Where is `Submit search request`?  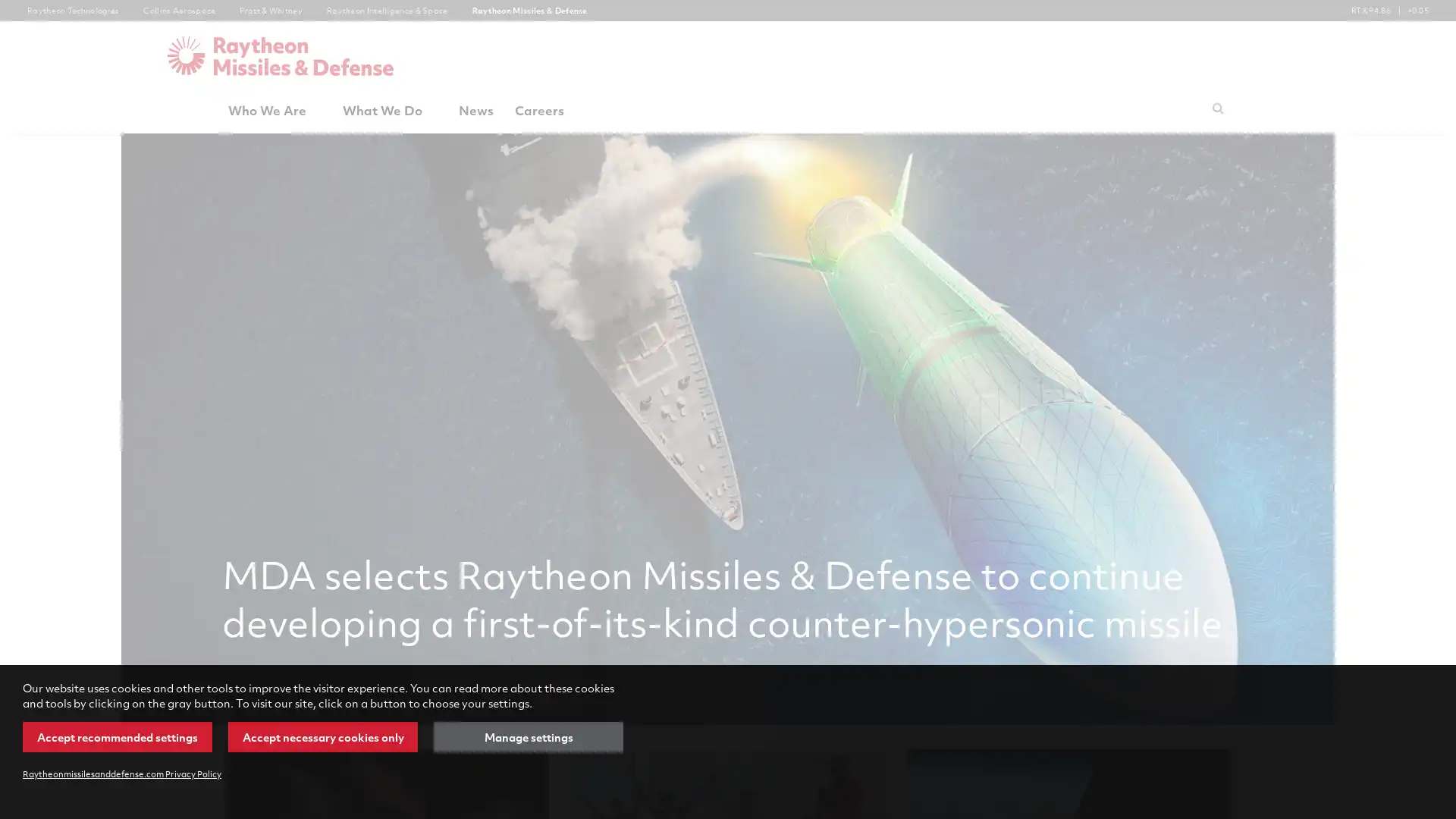 Submit search request is located at coordinates (1218, 107).